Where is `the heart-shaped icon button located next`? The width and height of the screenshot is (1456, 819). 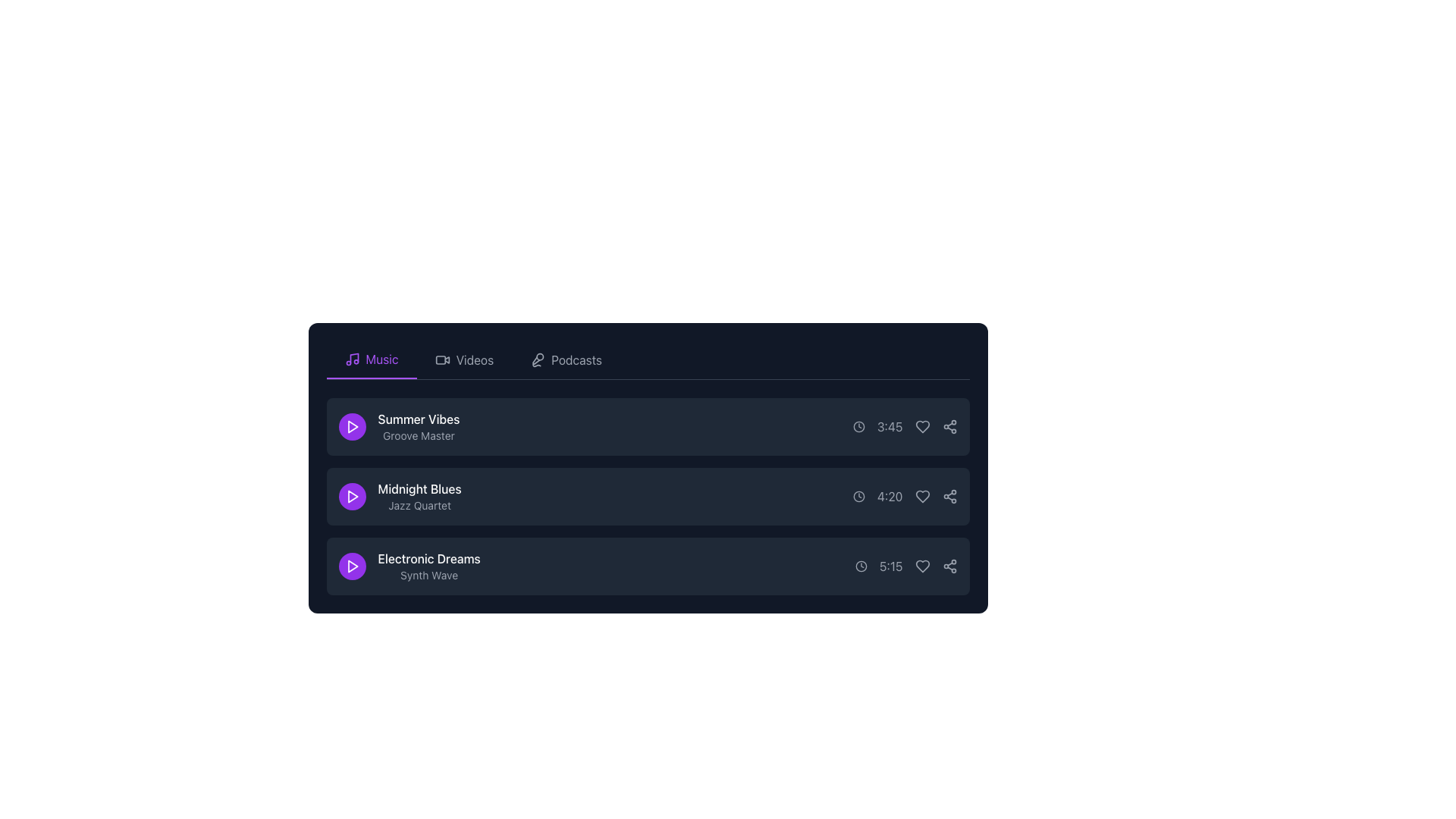 the heart-shaped icon button located next is located at coordinates (921, 427).